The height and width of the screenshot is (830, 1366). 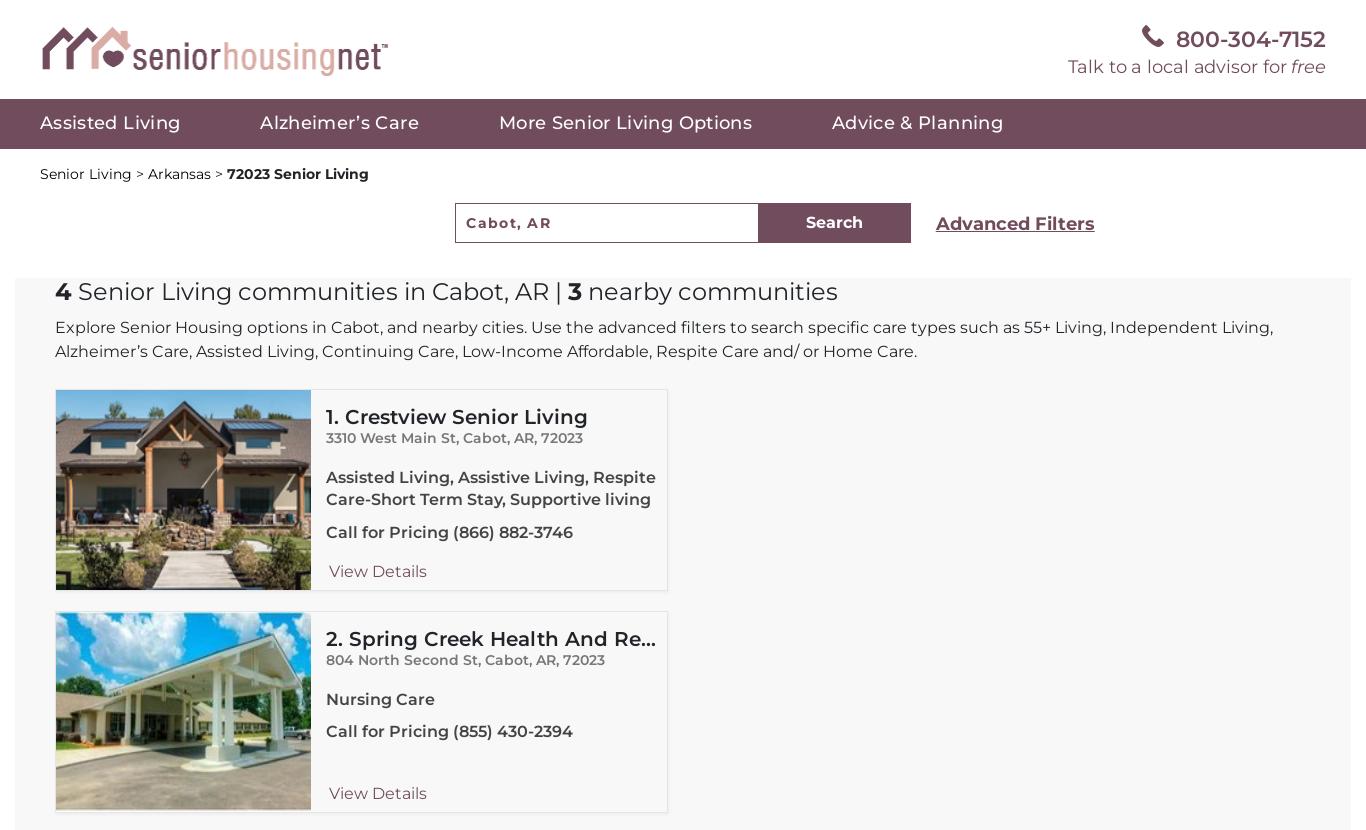 I want to click on 'Assisted Living', so click(x=109, y=123).